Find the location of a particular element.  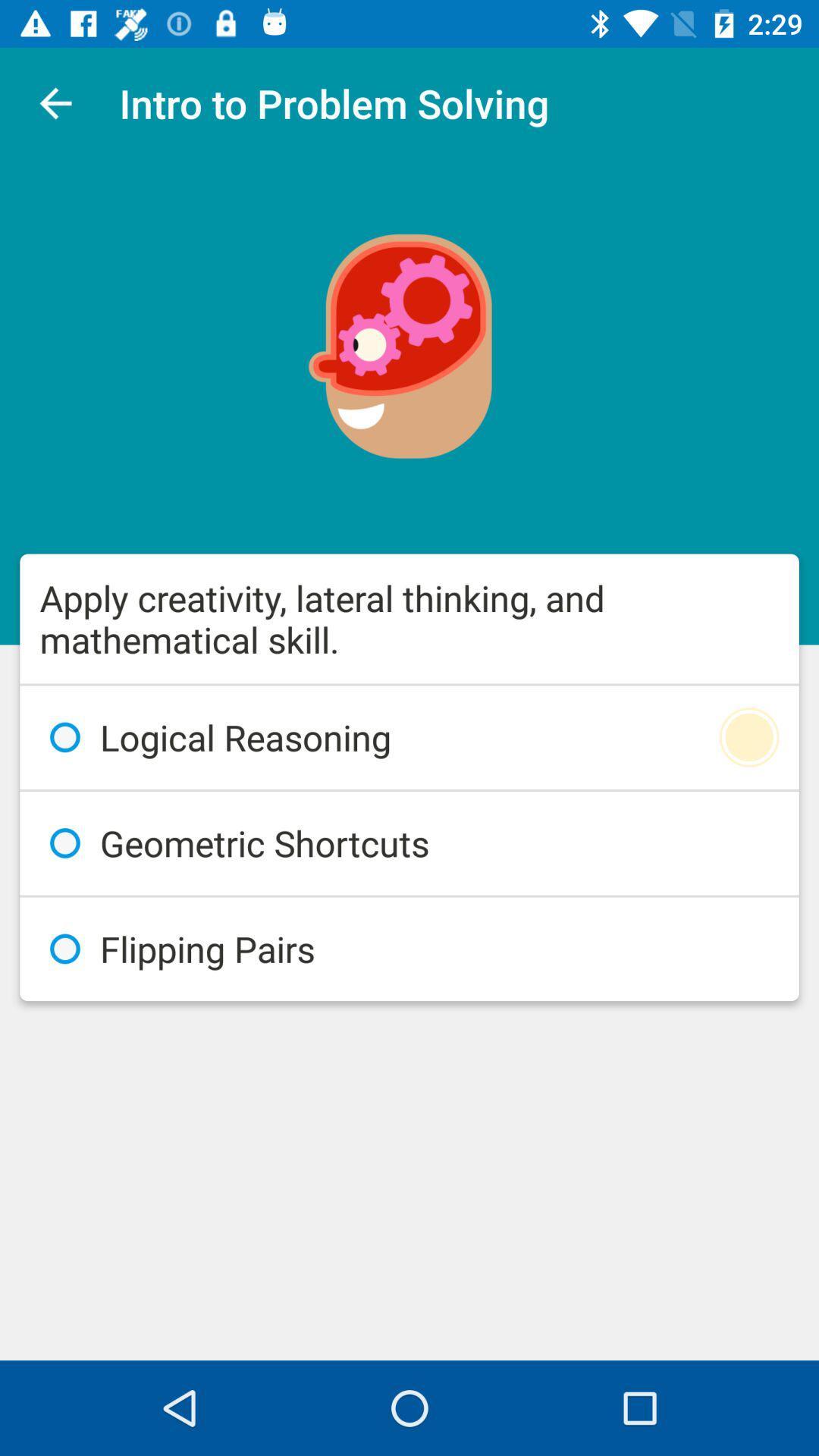

the geometric shortcuts icon is located at coordinates (409, 843).